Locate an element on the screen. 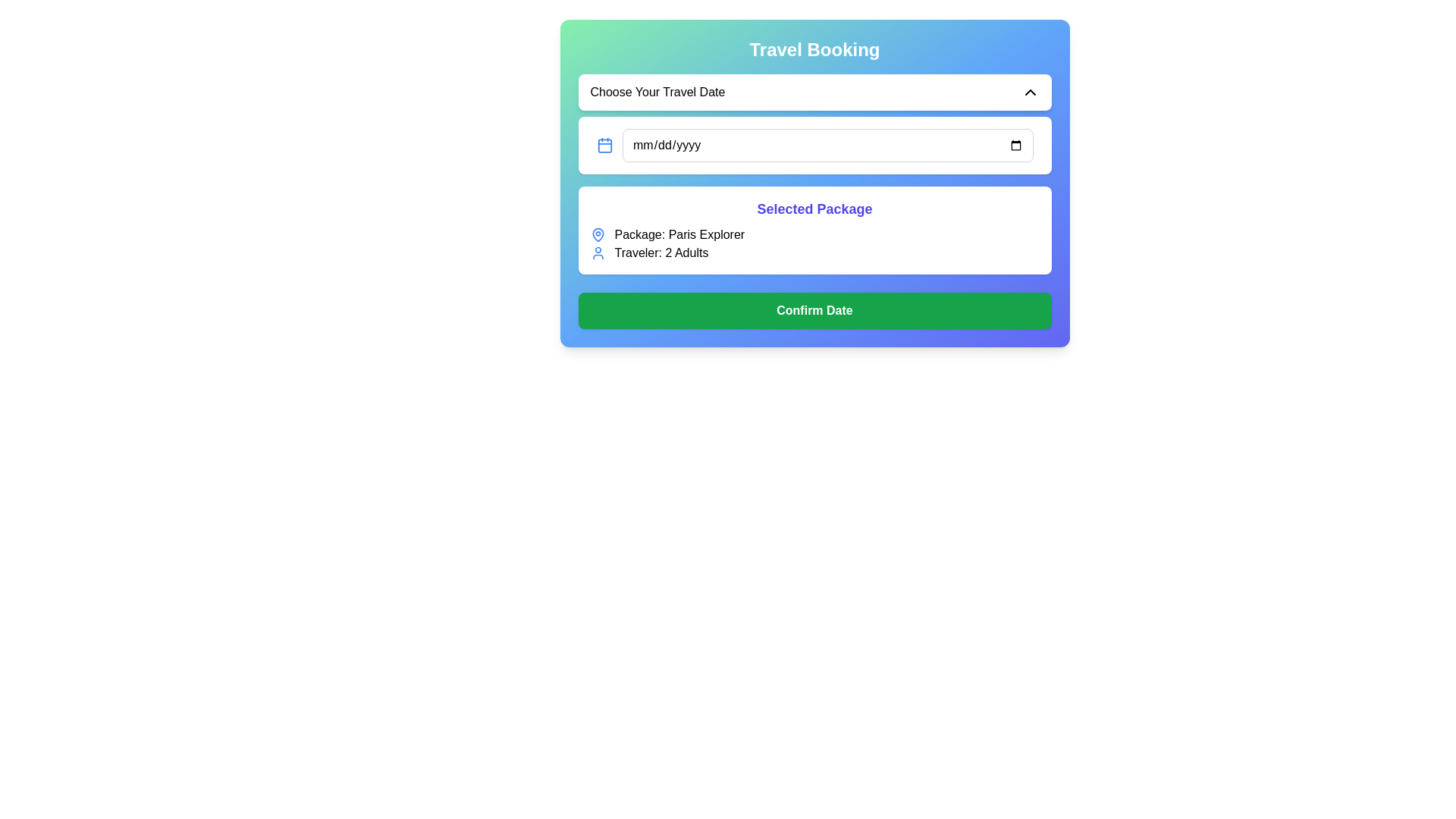 This screenshot has height=819, width=1456. the blue heart-shaped SVG icon located next to the text 'Package: Paris Explorer' in the 'Selected Package' section of the travel booking interface is located at coordinates (597, 234).